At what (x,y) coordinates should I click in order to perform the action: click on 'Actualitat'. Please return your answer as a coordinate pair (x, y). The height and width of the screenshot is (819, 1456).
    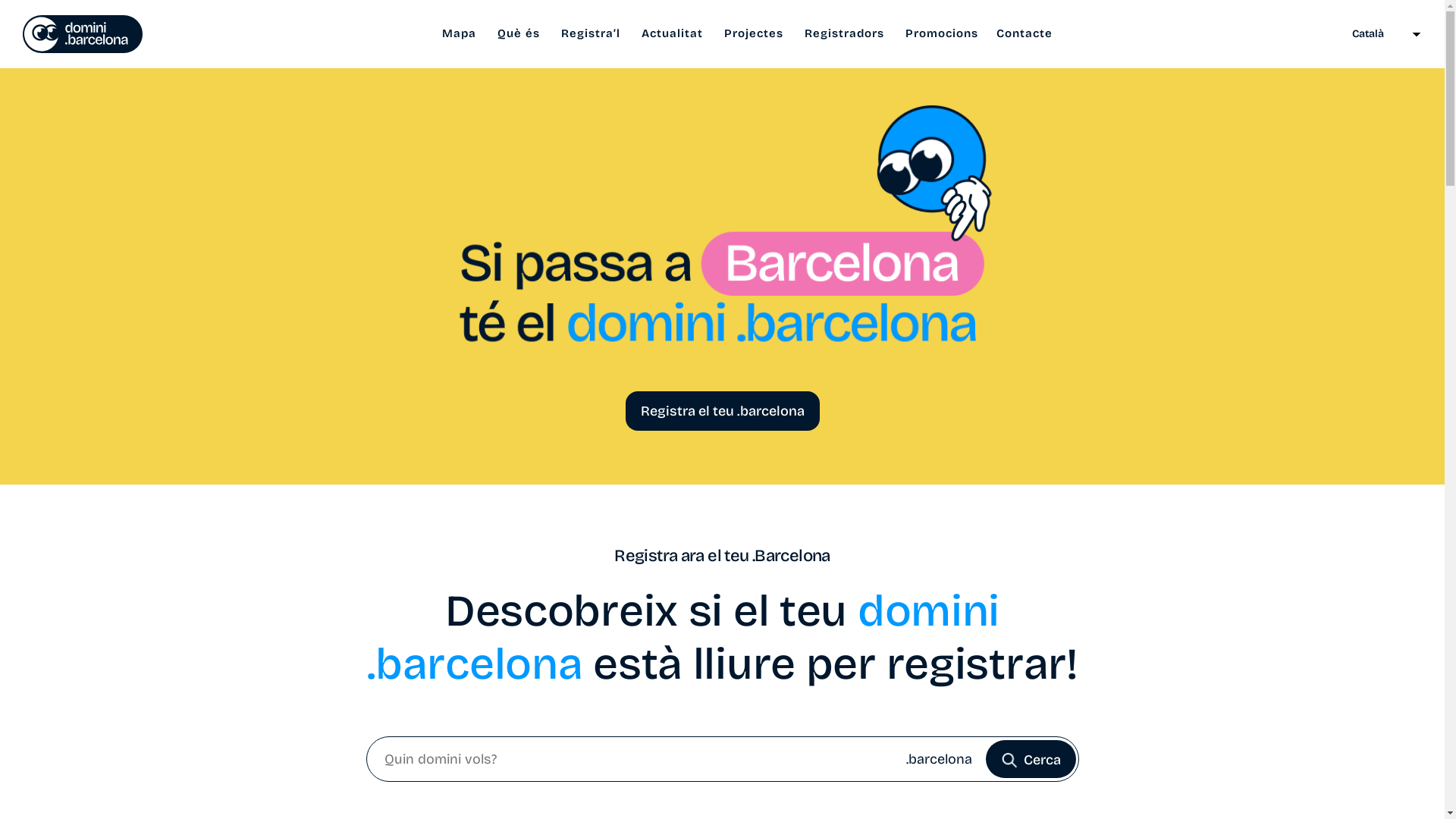
    Looking at the image, I should click on (632, 33).